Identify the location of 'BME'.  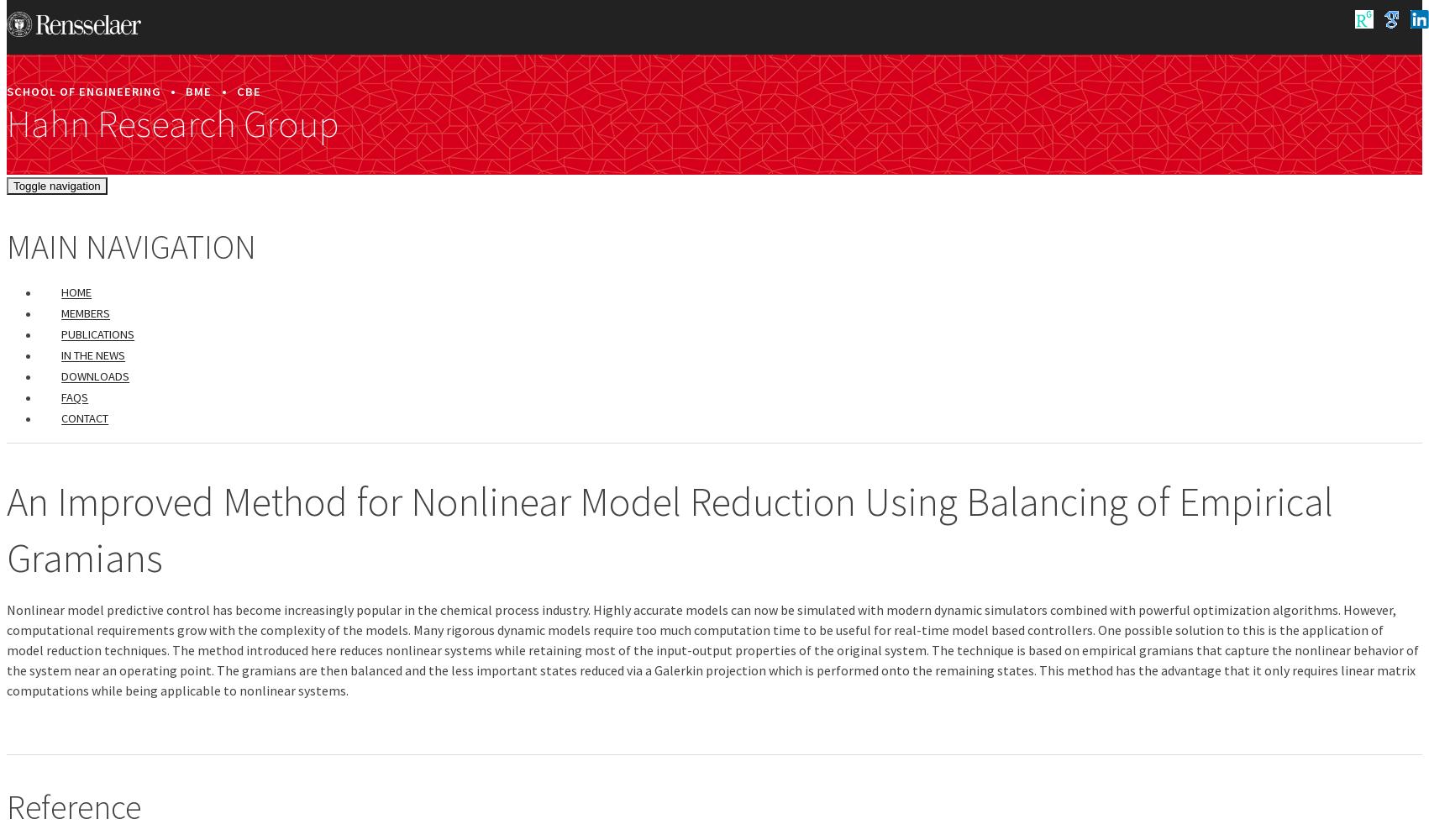
(197, 90).